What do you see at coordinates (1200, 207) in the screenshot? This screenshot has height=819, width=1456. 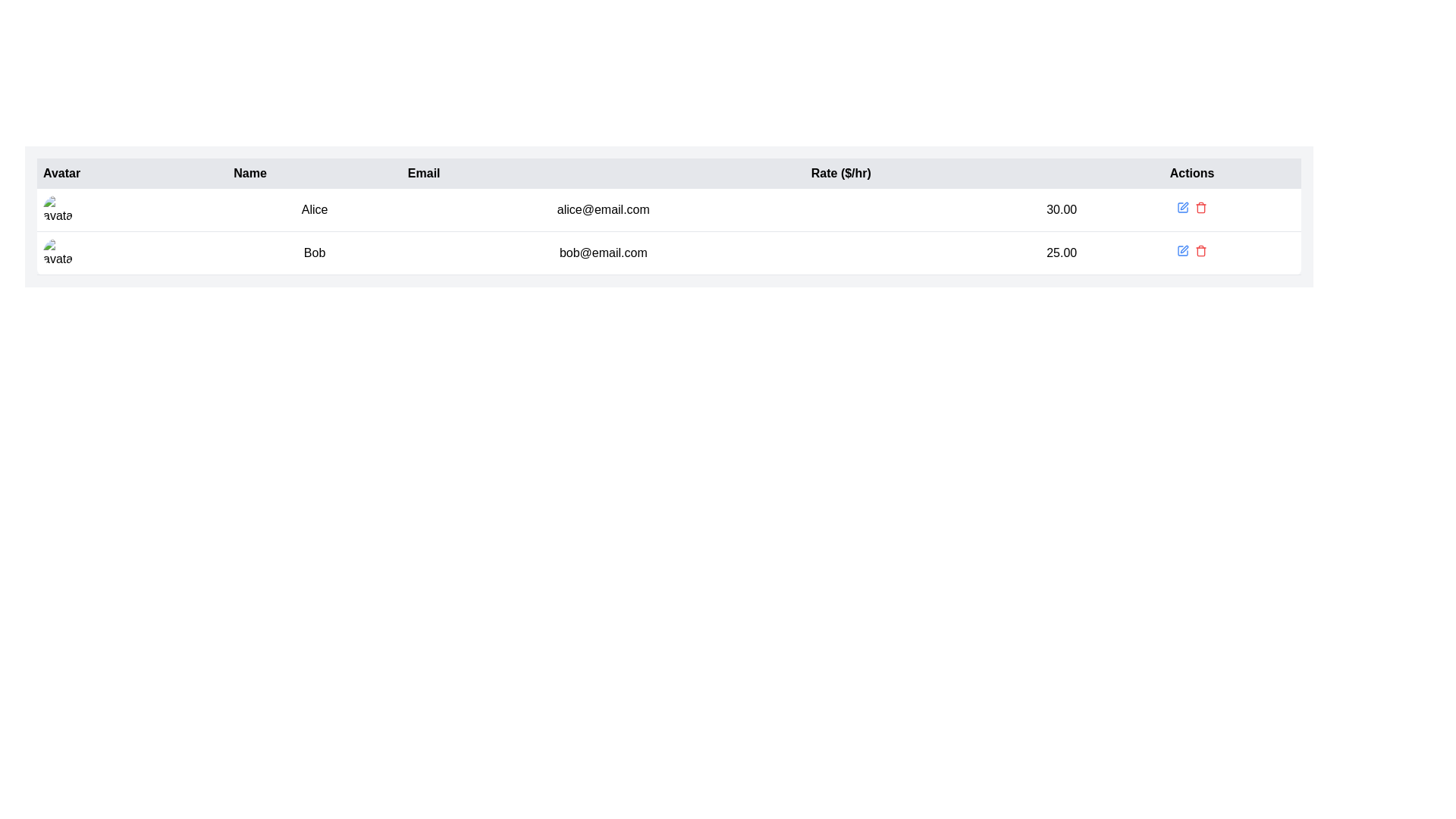 I see `the red trash icon button located in the 'Actions' column of the second row of the table` at bounding box center [1200, 207].